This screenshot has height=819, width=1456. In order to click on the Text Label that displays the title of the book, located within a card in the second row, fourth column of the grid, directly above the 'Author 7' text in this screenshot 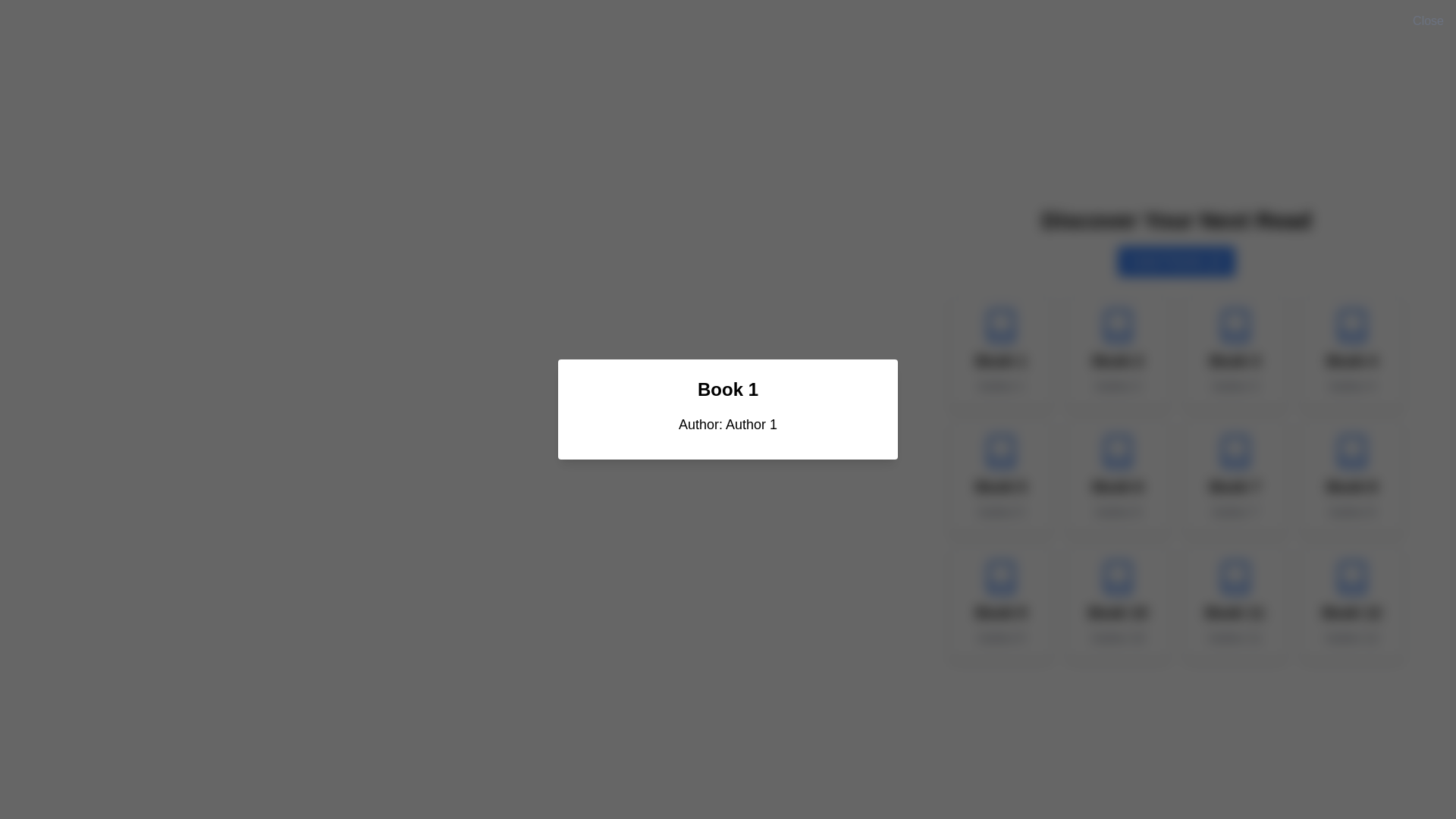, I will do `click(1235, 486)`.